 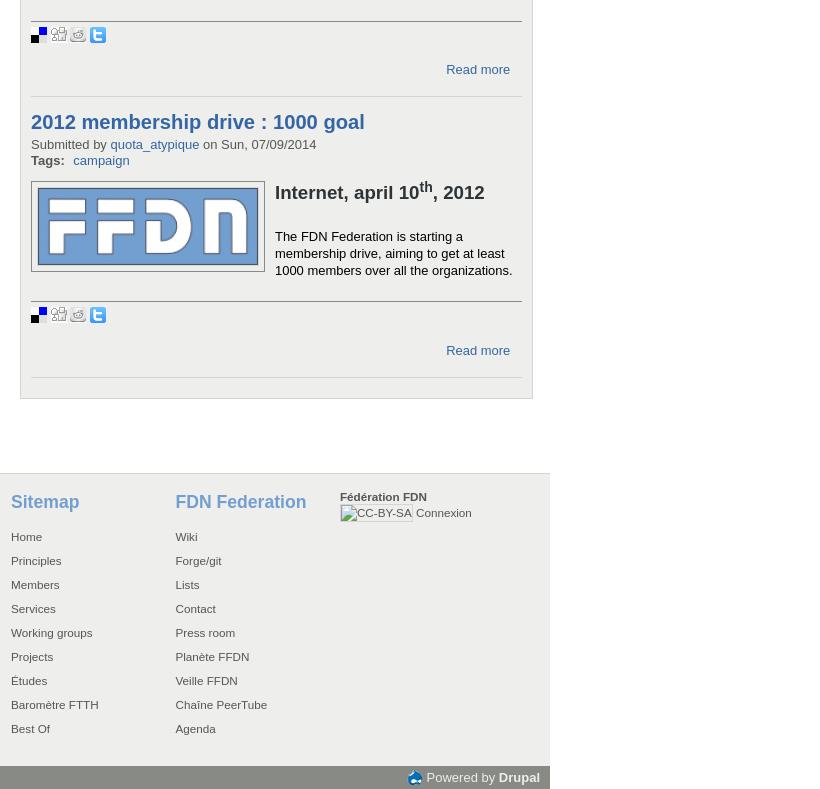 I want to click on 'Principles', so click(x=9, y=559).